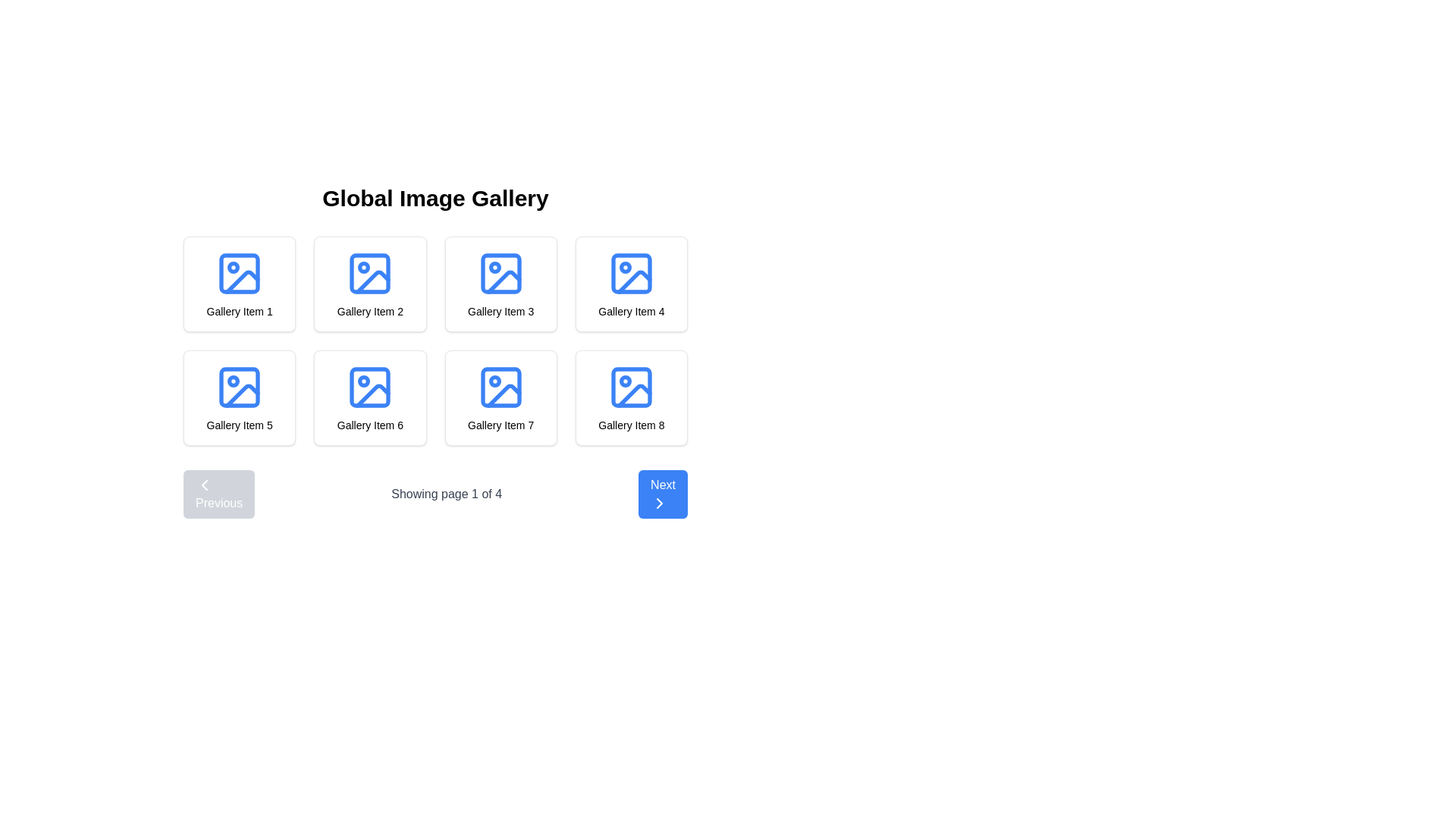  Describe the element at coordinates (631, 425) in the screenshot. I see `the text label displaying 'Gallery Item 8', which is located in the bottom-right corner of the card layout beneath 'Gallery Item 7'` at that location.